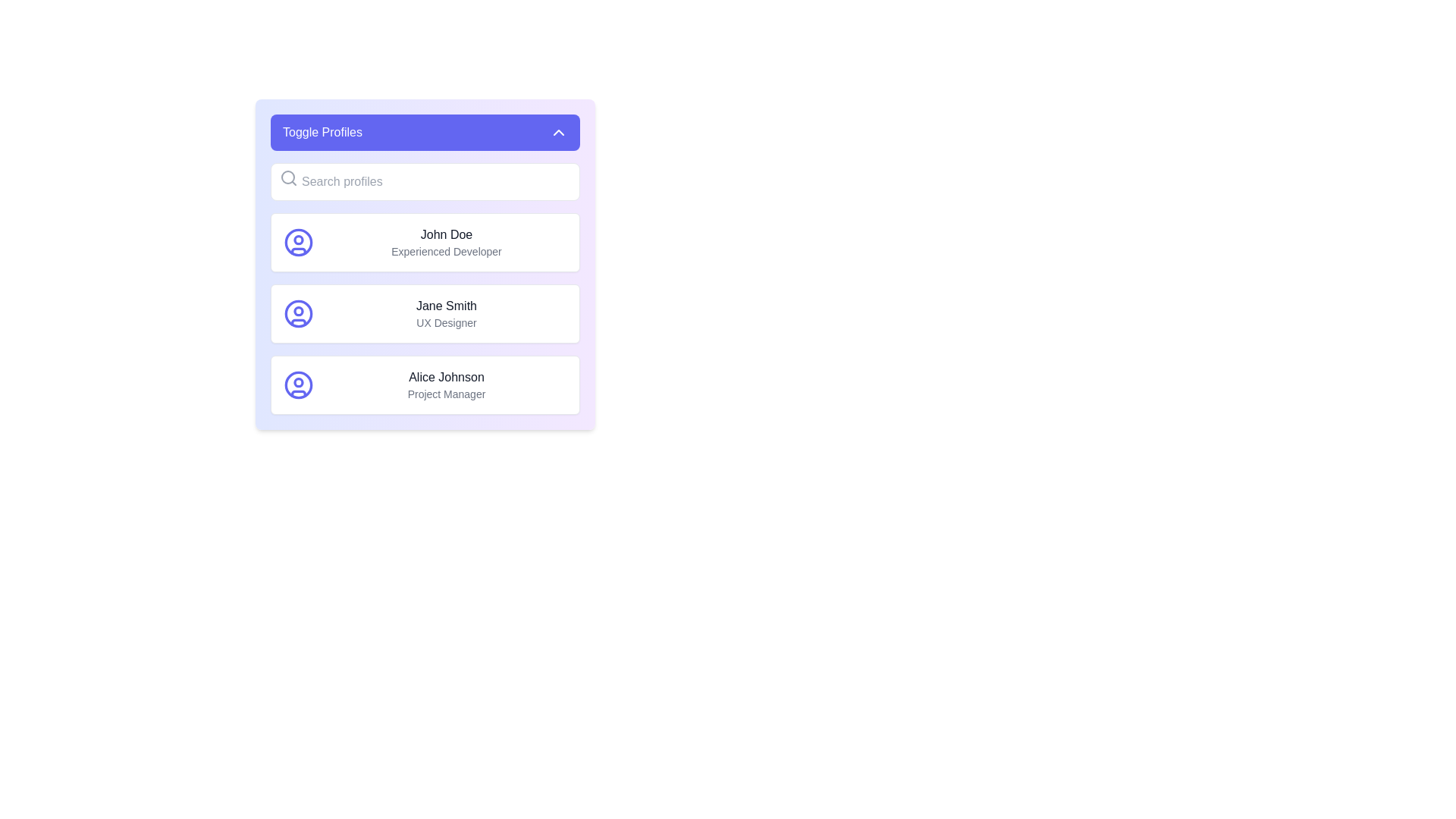 This screenshot has height=819, width=1456. Describe the element at coordinates (446, 242) in the screenshot. I see `the text label displaying the user's name and title in the first profile card on the center-right side, located to the right of the circular user icon` at that location.